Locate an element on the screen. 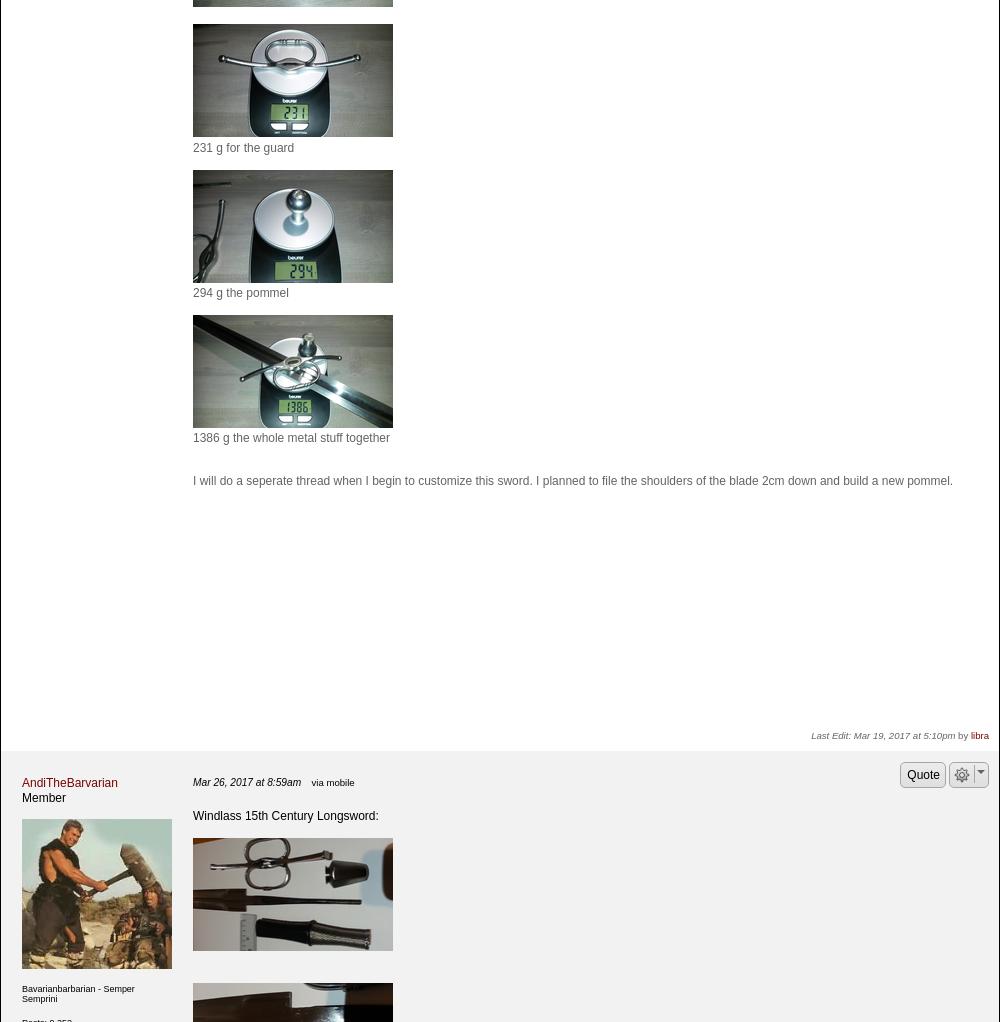  'Bavarianbarbarian - Semper Semprini' is located at coordinates (77, 992).